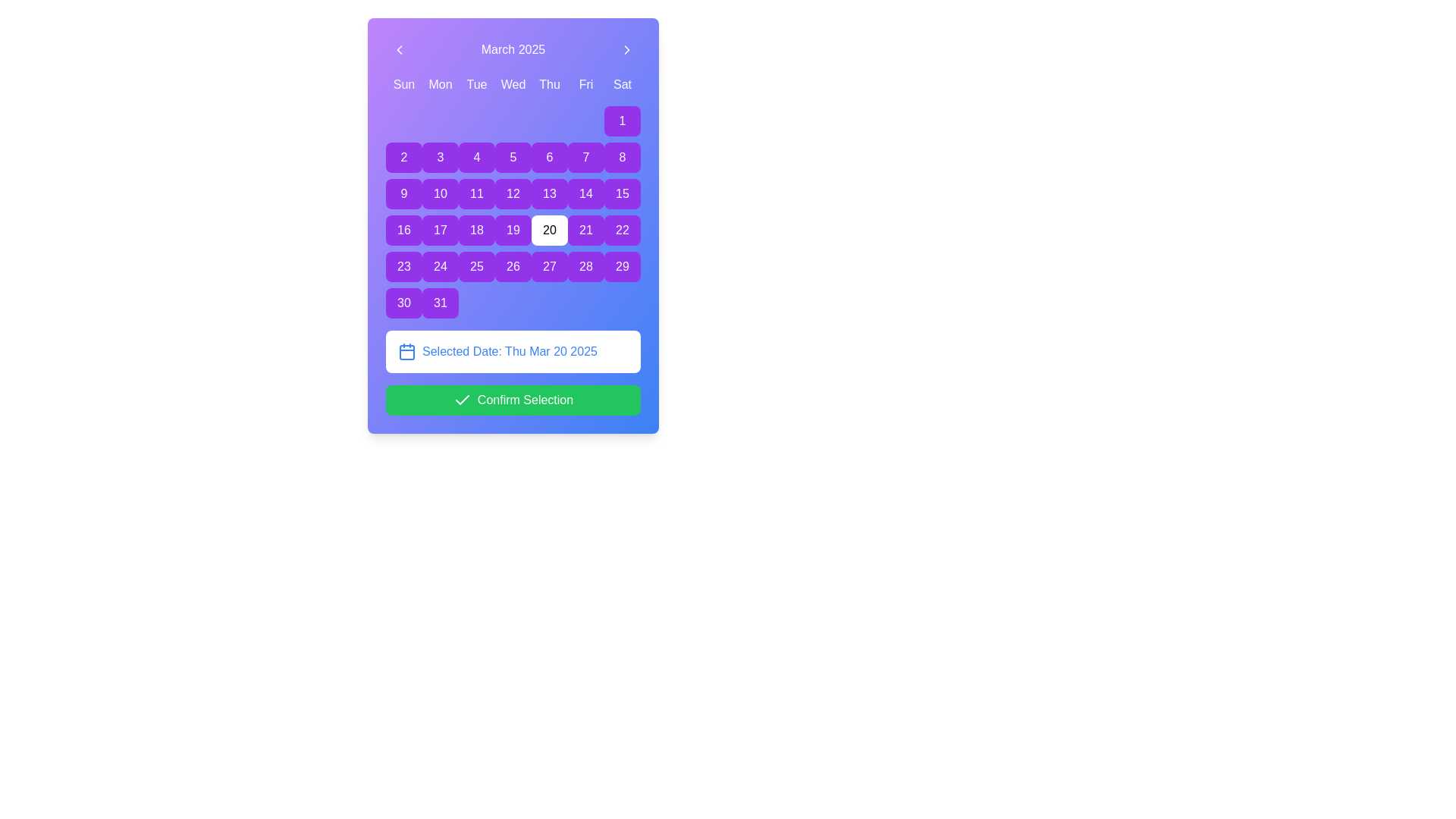 This screenshot has width=1456, height=819. What do you see at coordinates (548, 84) in the screenshot?
I see `the label displaying 'Thu' in white text with a rounded styling against a purple background, positioned between 'Wed' and 'Fri' at the top of the calendar interface` at bounding box center [548, 84].